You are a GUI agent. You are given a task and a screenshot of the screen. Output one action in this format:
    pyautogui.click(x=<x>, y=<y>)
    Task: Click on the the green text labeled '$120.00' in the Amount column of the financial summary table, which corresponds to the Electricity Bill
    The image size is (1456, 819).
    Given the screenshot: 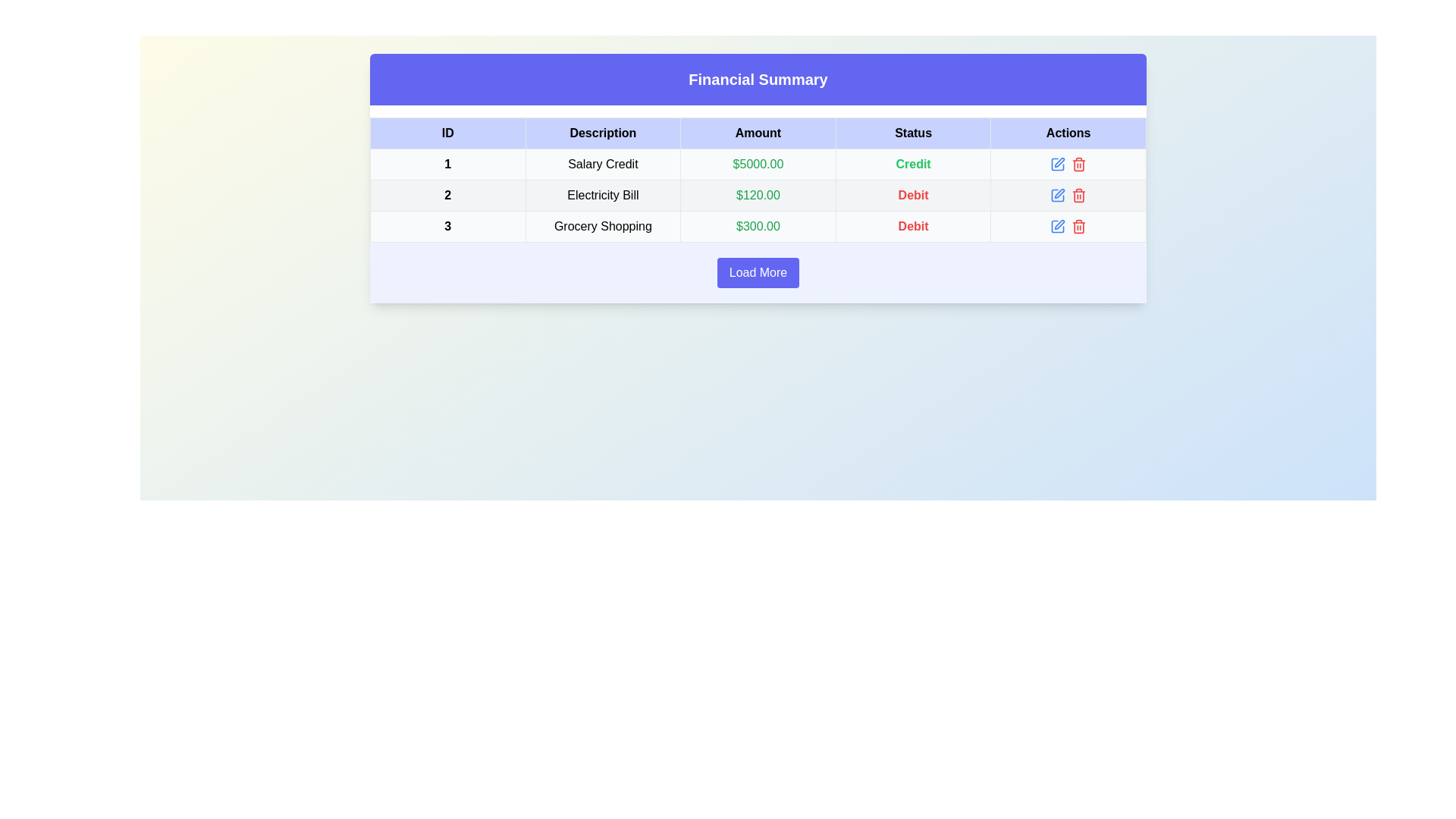 What is the action you would take?
    pyautogui.click(x=758, y=195)
    